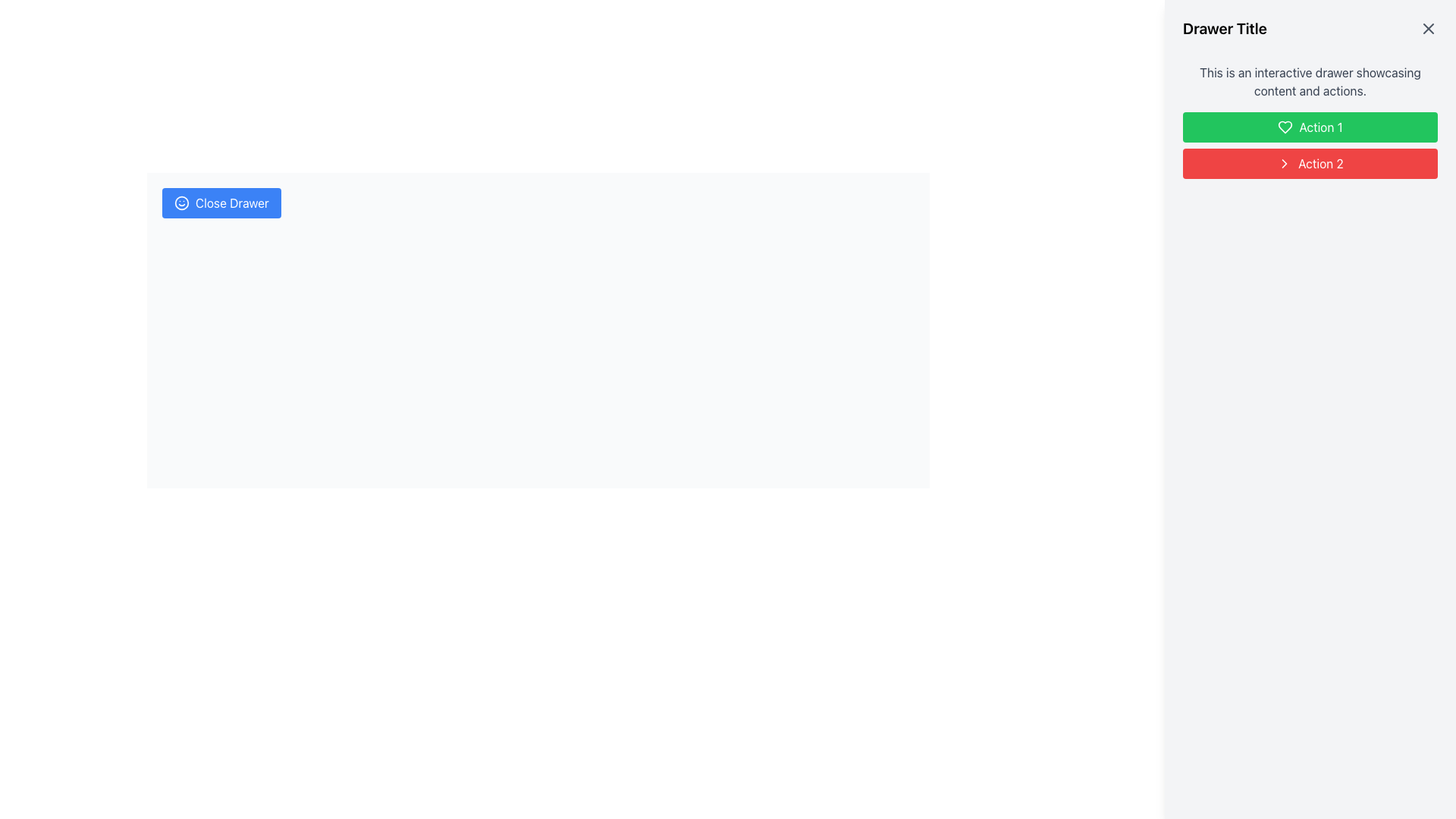 The height and width of the screenshot is (819, 1456). Describe the element at coordinates (182, 202) in the screenshot. I see `the small circular smiley face icon located to the left of the 'Close Drawer' text within the blue button` at that location.